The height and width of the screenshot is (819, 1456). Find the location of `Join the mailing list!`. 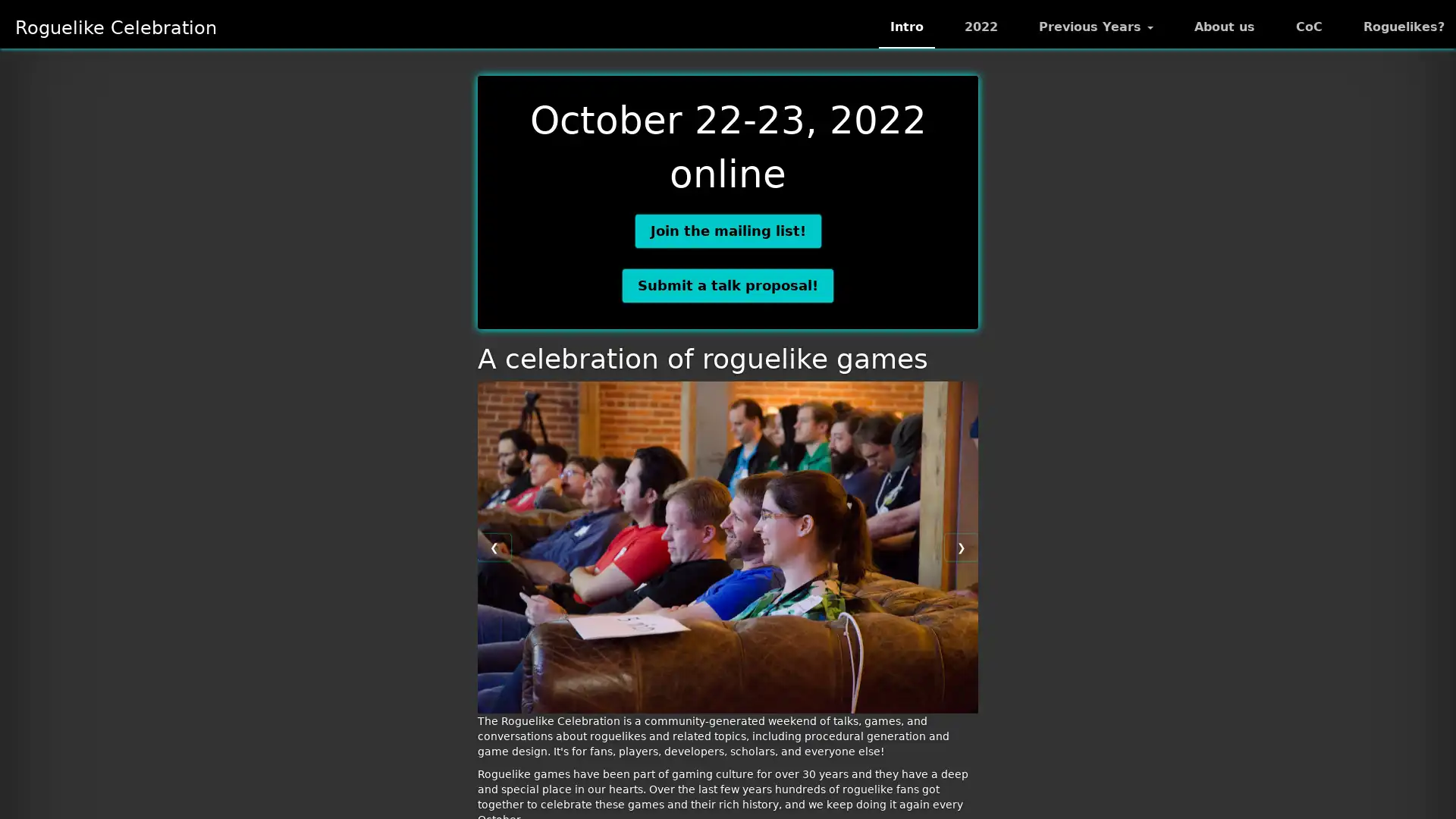

Join the mailing list! is located at coordinates (726, 231).